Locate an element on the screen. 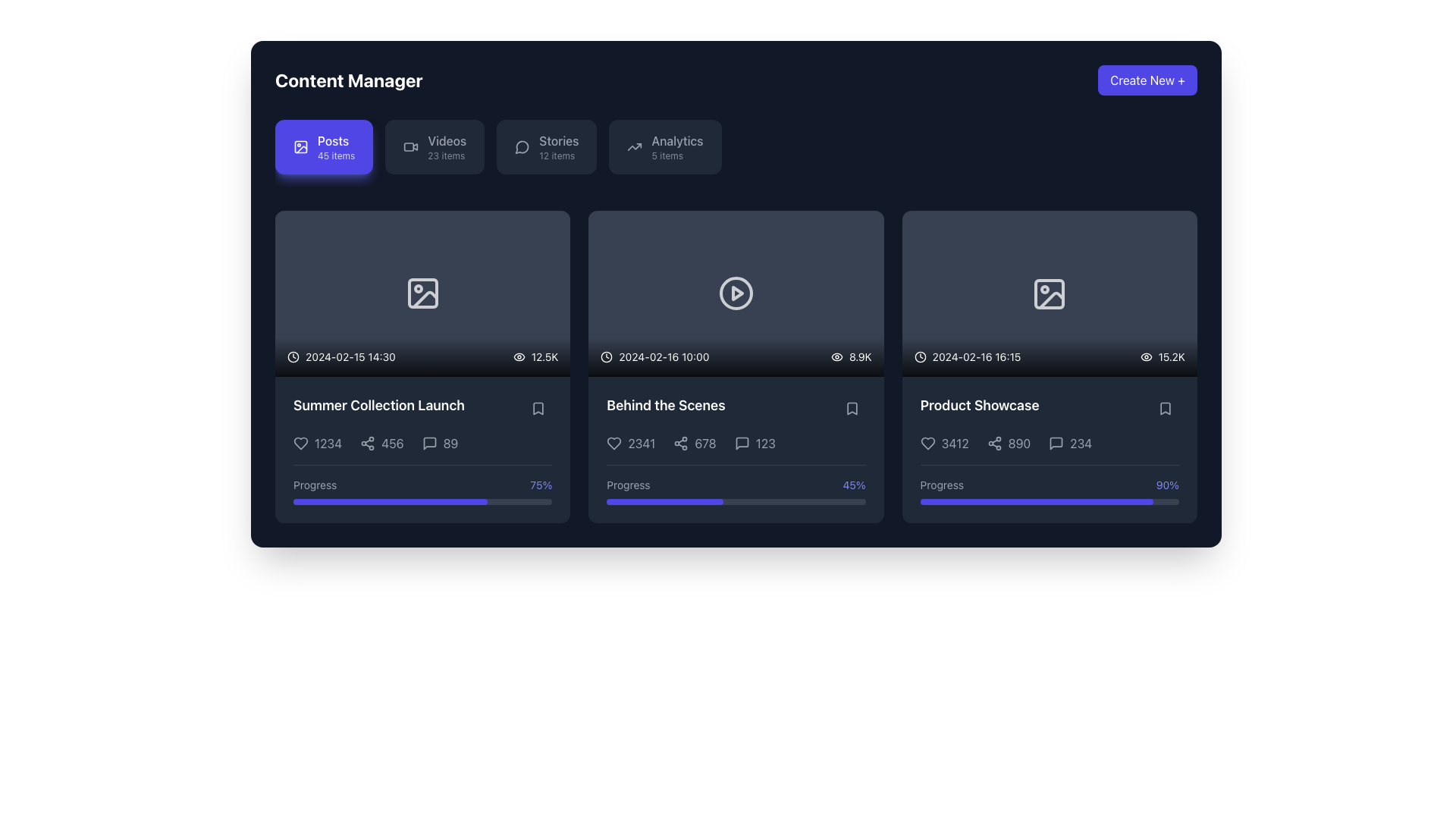  the sharing icon located in the 'Product Showcase' content card, which is the second icon from the left in the row of icons below the image and above the progress bar is located at coordinates (994, 444).